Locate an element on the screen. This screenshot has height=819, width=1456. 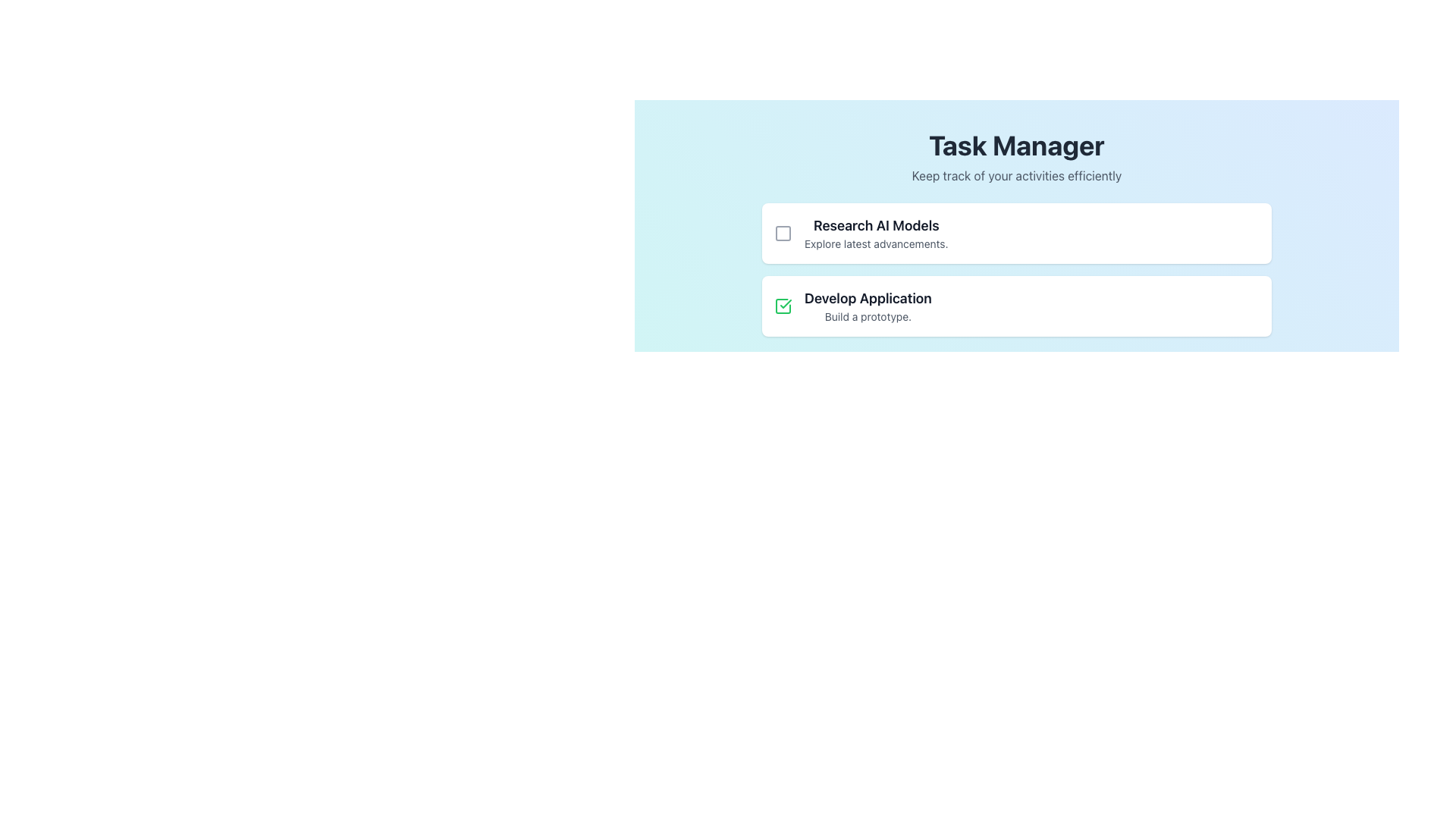
the checkbox next to 'Research AI Models' is located at coordinates (783, 234).